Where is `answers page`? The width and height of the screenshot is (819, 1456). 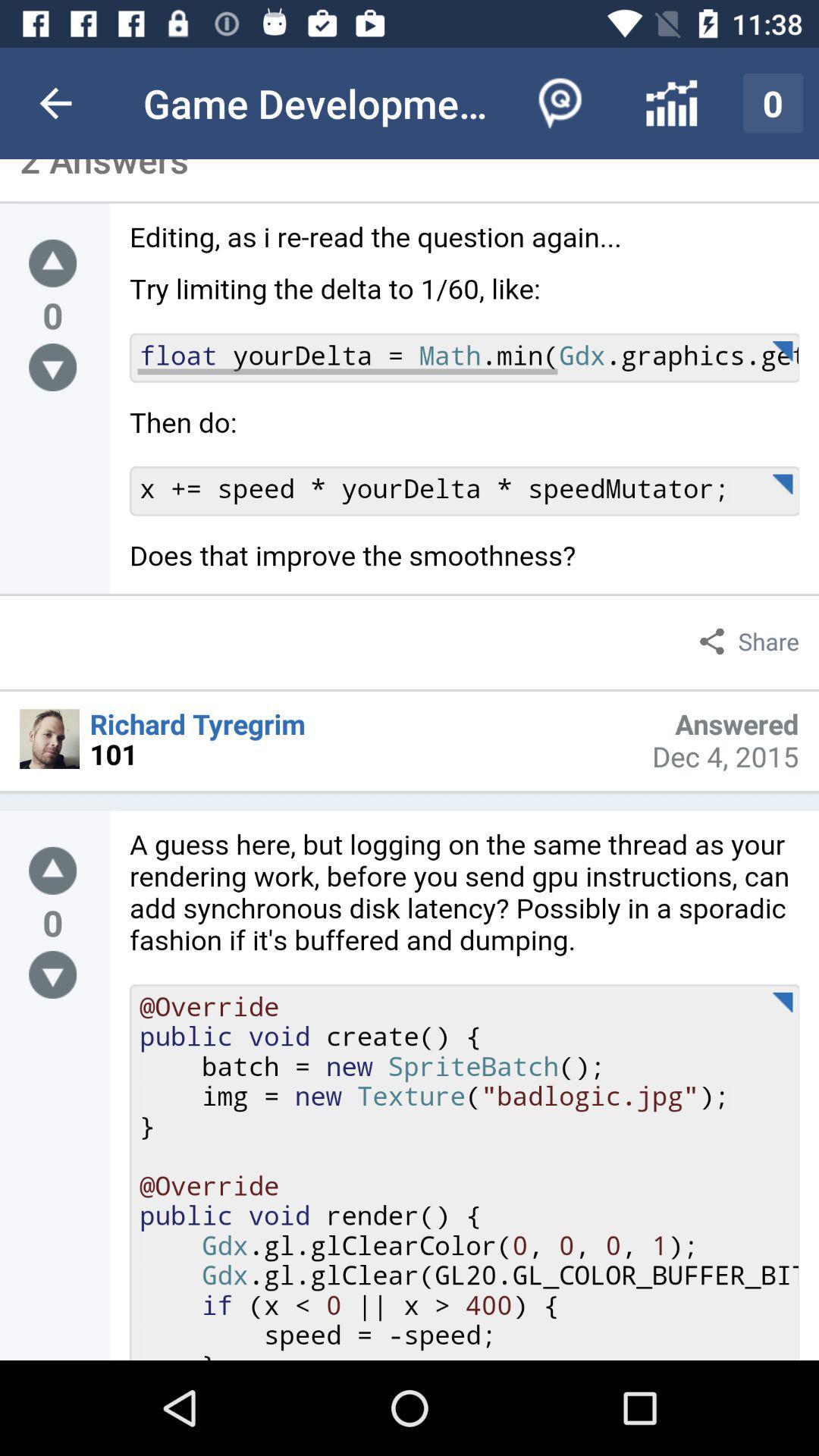 answers page is located at coordinates (463, 408).